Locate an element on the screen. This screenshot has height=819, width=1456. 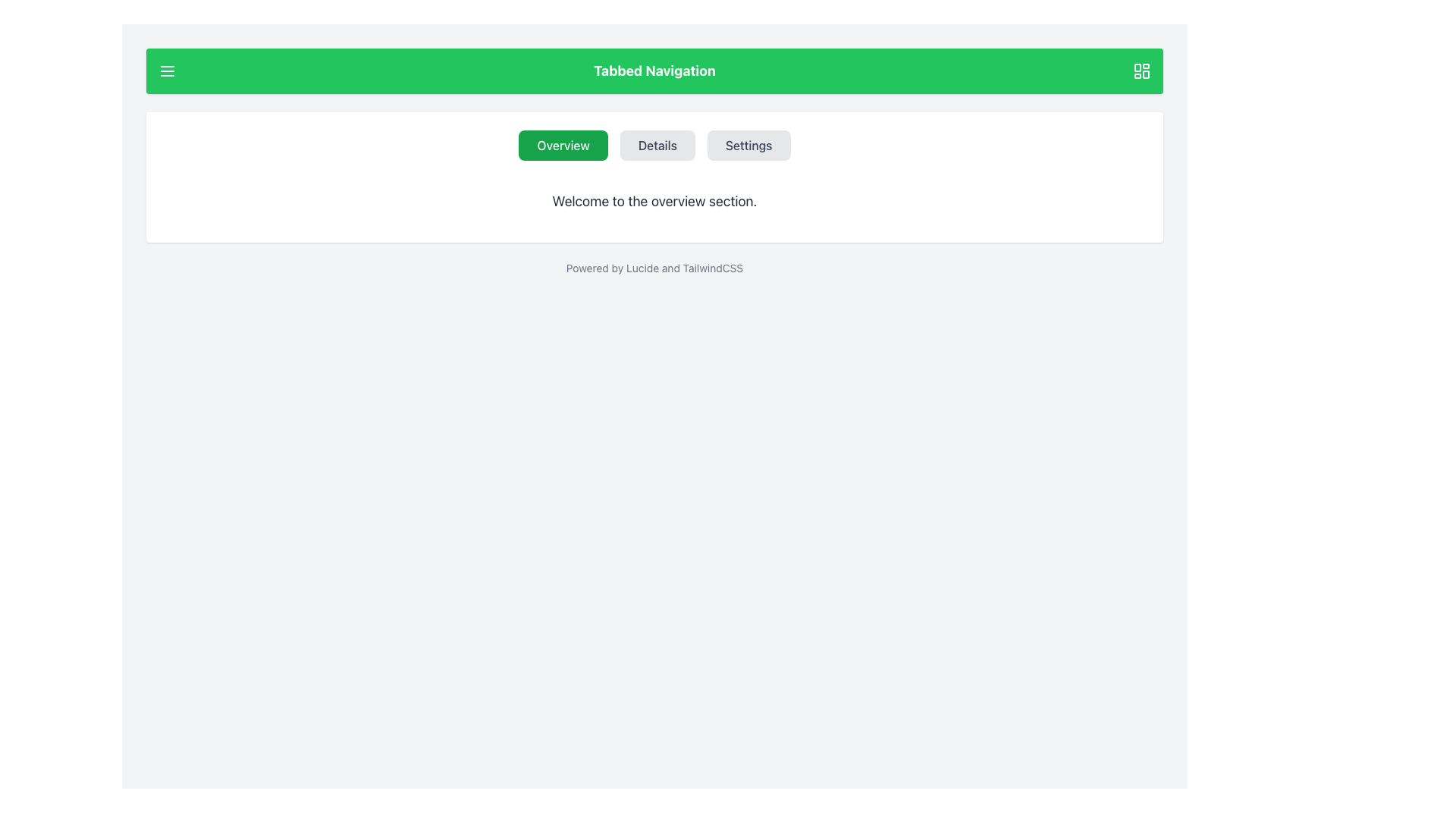
the decorative icon segment located in the second column of the second row within the grid structure of the green navigation bar is located at coordinates (1146, 74).